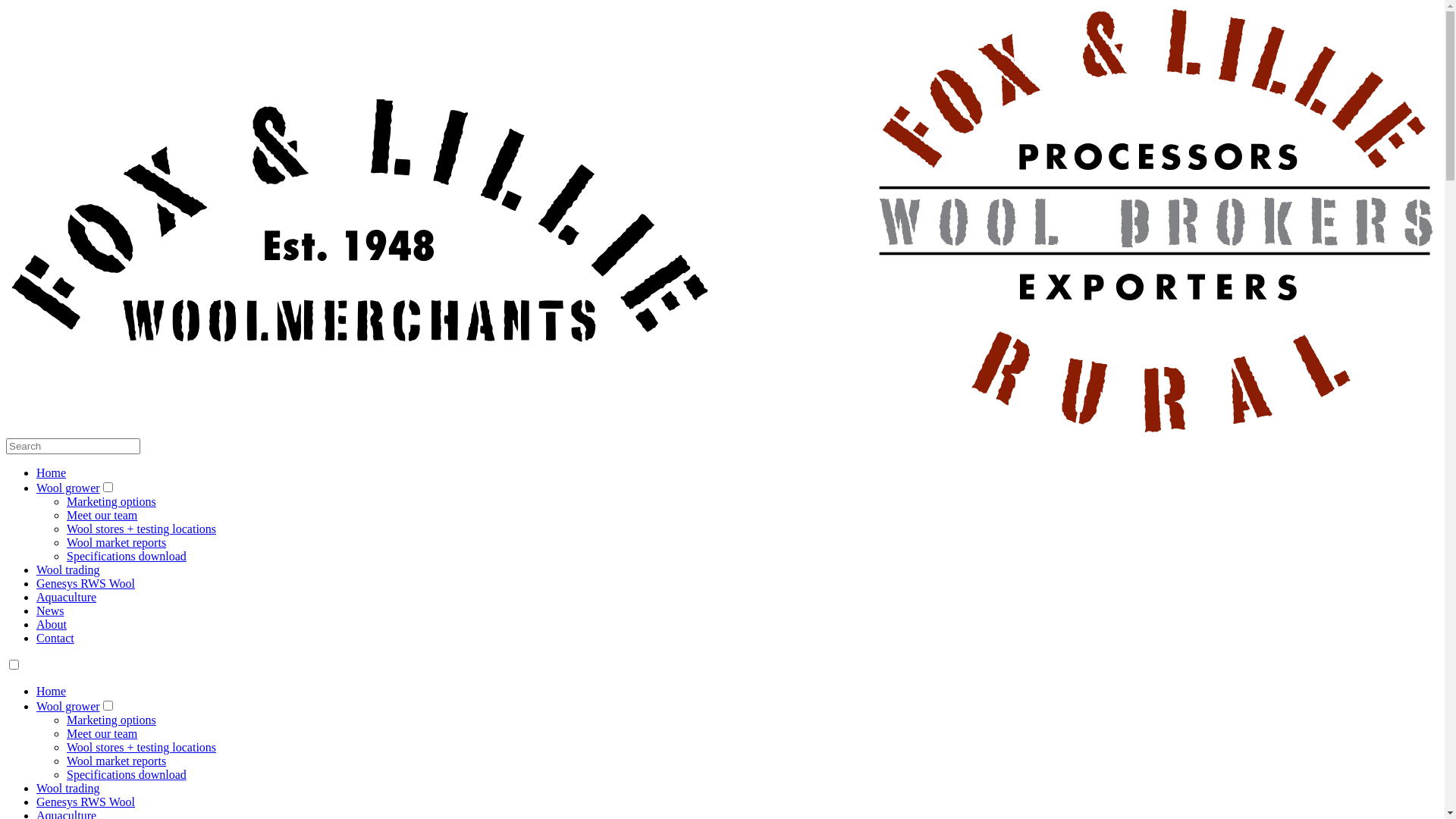  What do you see at coordinates (85, 801) in the screenshot?
I see `'Genesys RWS Wool'` at bounding box center [85, 801].